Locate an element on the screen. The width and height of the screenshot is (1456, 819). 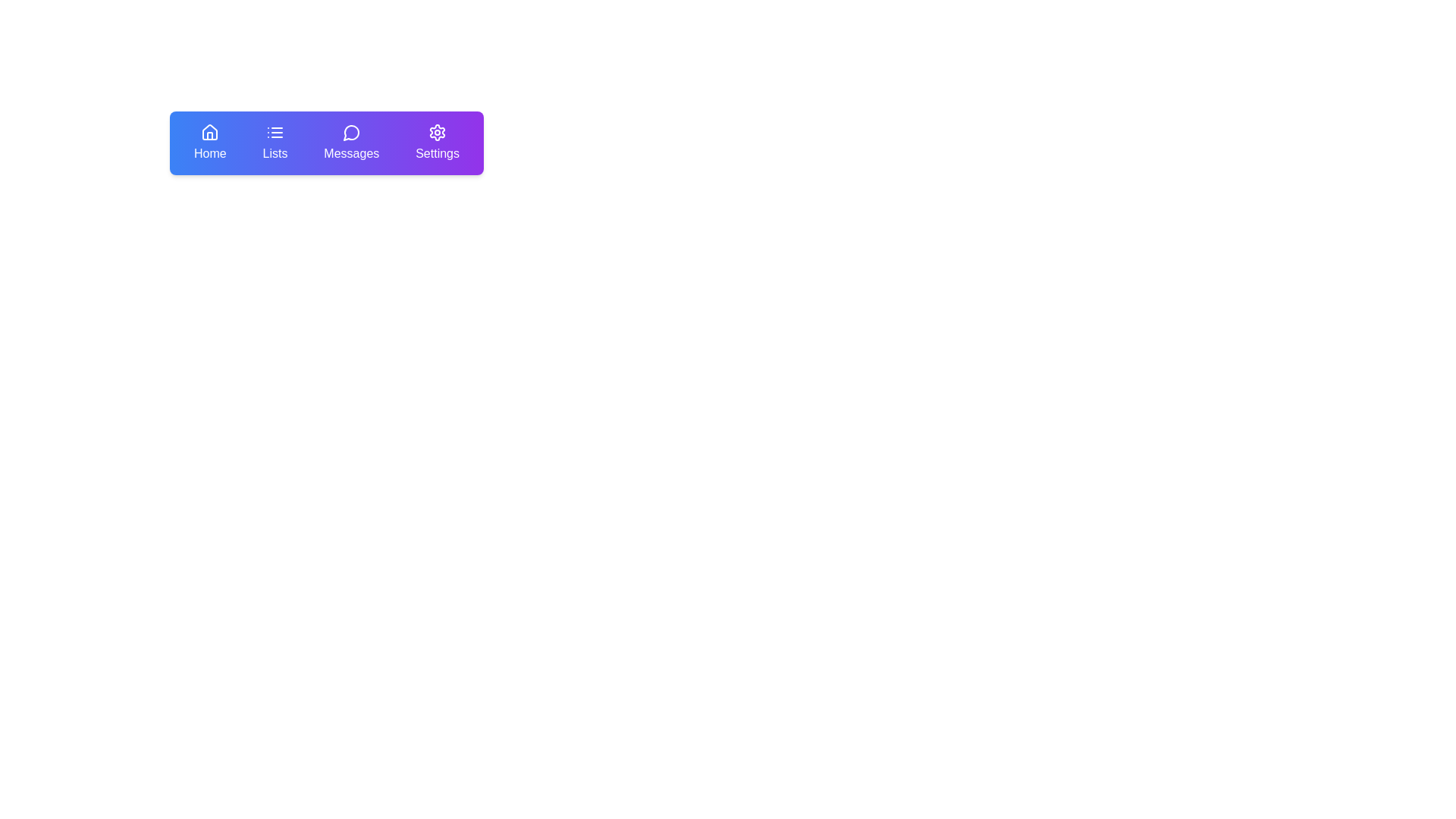
the navigation button labeled 'Lists' which is the second item from the left in the navigation bar, positioned between 'Home' and 'Messages', to initiate a visual or interactive response is located at coordinates (275, 143).